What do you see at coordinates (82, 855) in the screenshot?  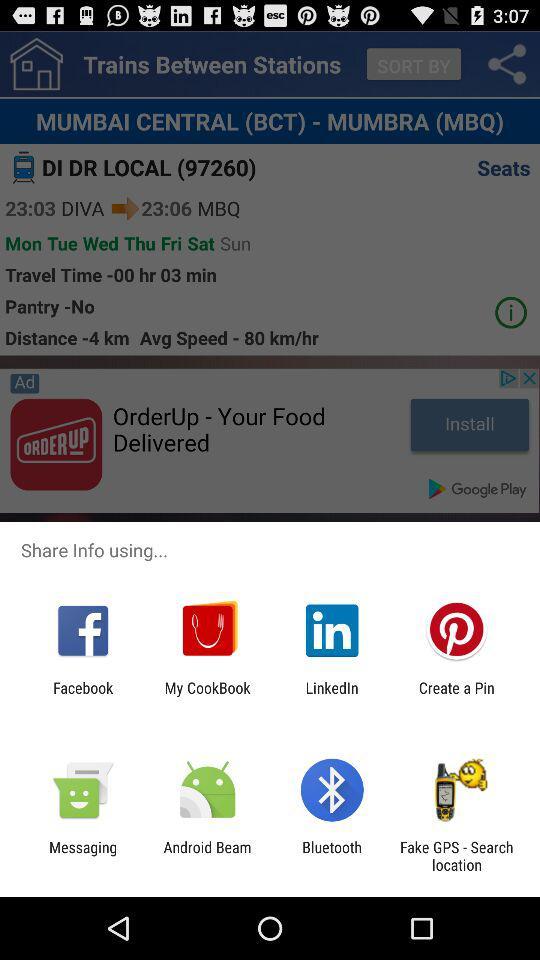 I see `icon to the left of android beam item` at bounding box center [82, 855].